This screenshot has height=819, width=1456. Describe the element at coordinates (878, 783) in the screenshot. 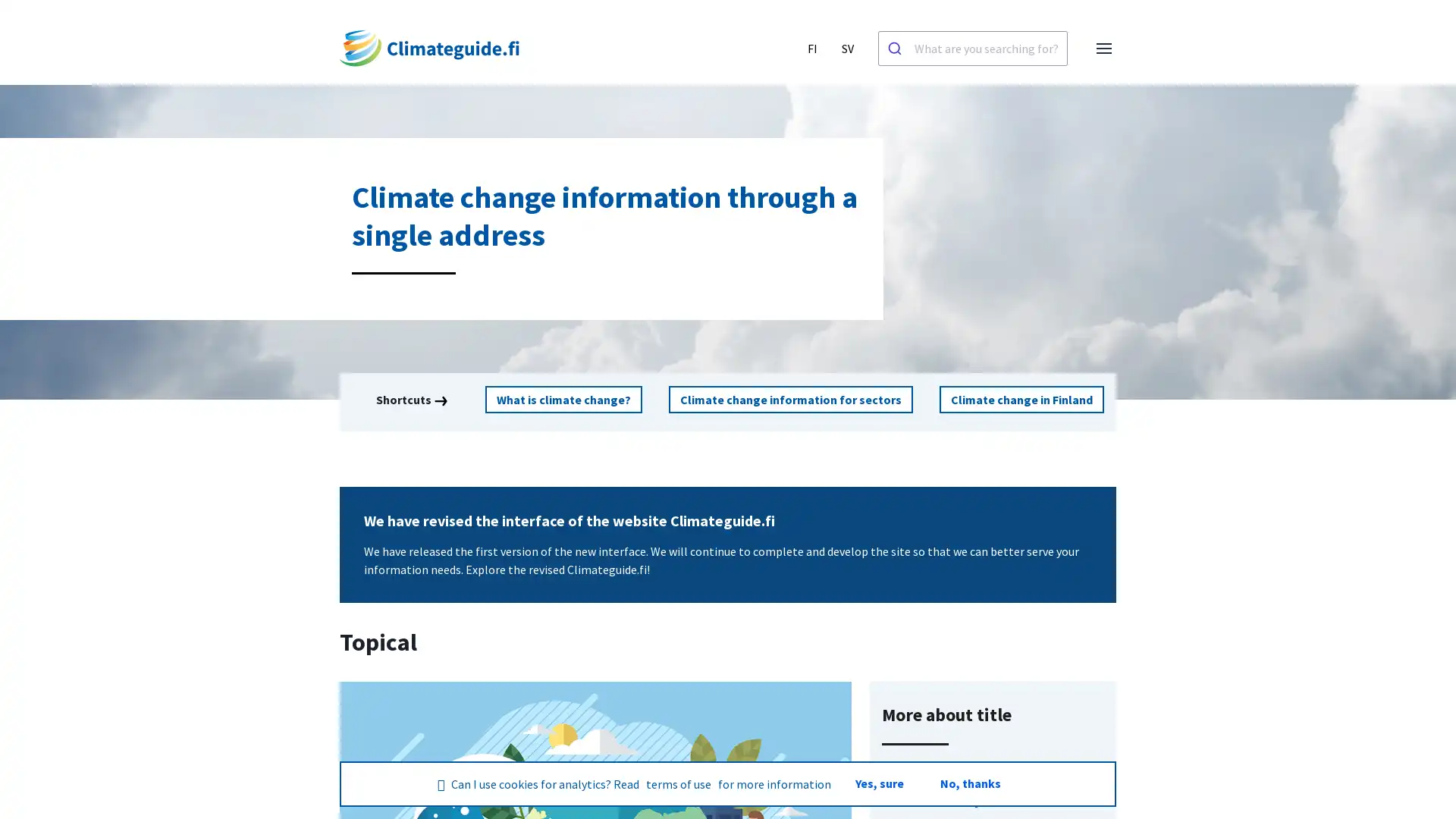

I see `Yes, sure` at that location.